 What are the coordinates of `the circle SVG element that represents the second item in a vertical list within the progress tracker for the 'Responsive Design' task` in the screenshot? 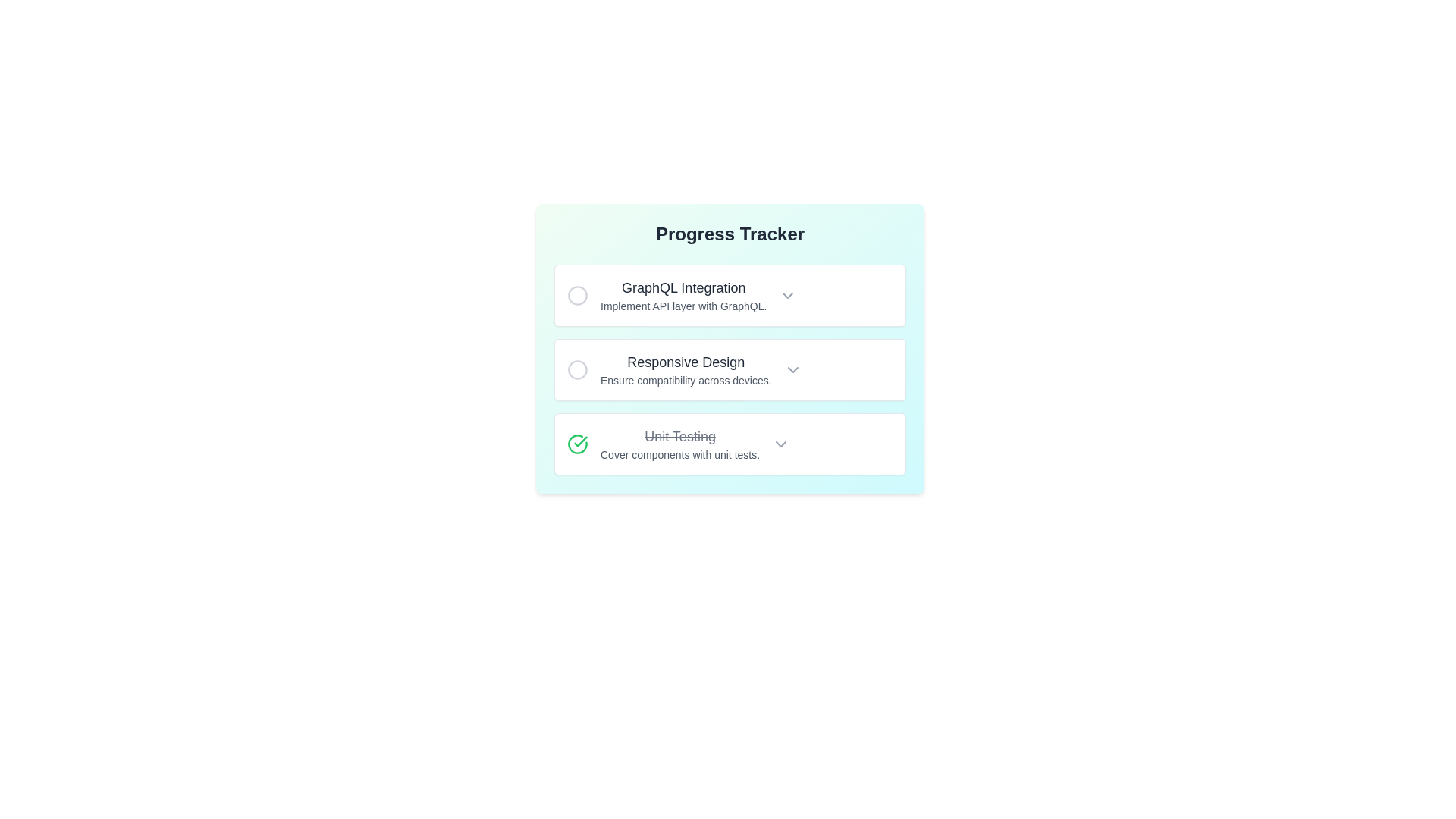 It's located at (577, 370).